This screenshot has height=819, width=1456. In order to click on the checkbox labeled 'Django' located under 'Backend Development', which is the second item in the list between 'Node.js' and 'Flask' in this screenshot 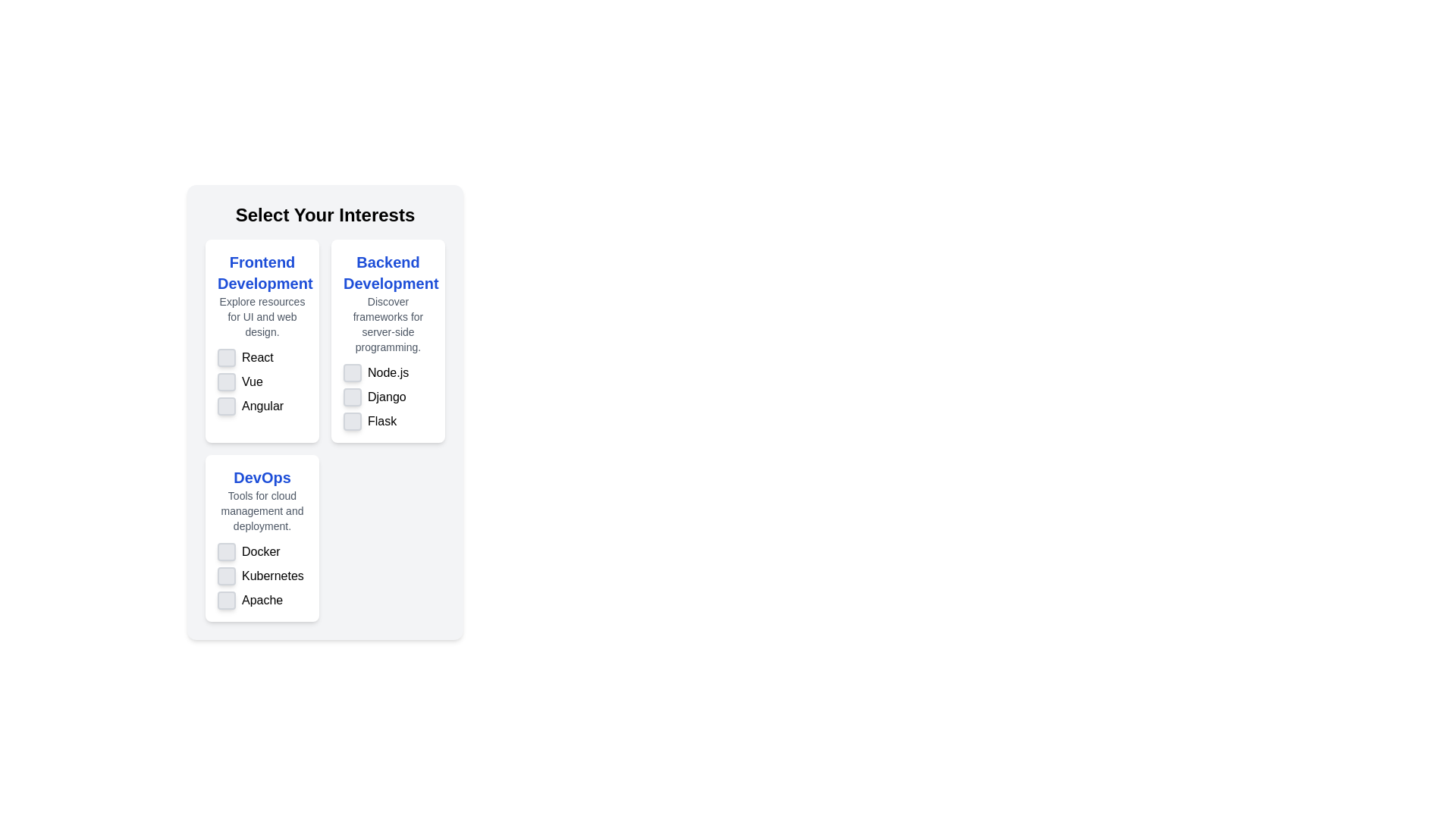, I will do `click(388, 397)`.